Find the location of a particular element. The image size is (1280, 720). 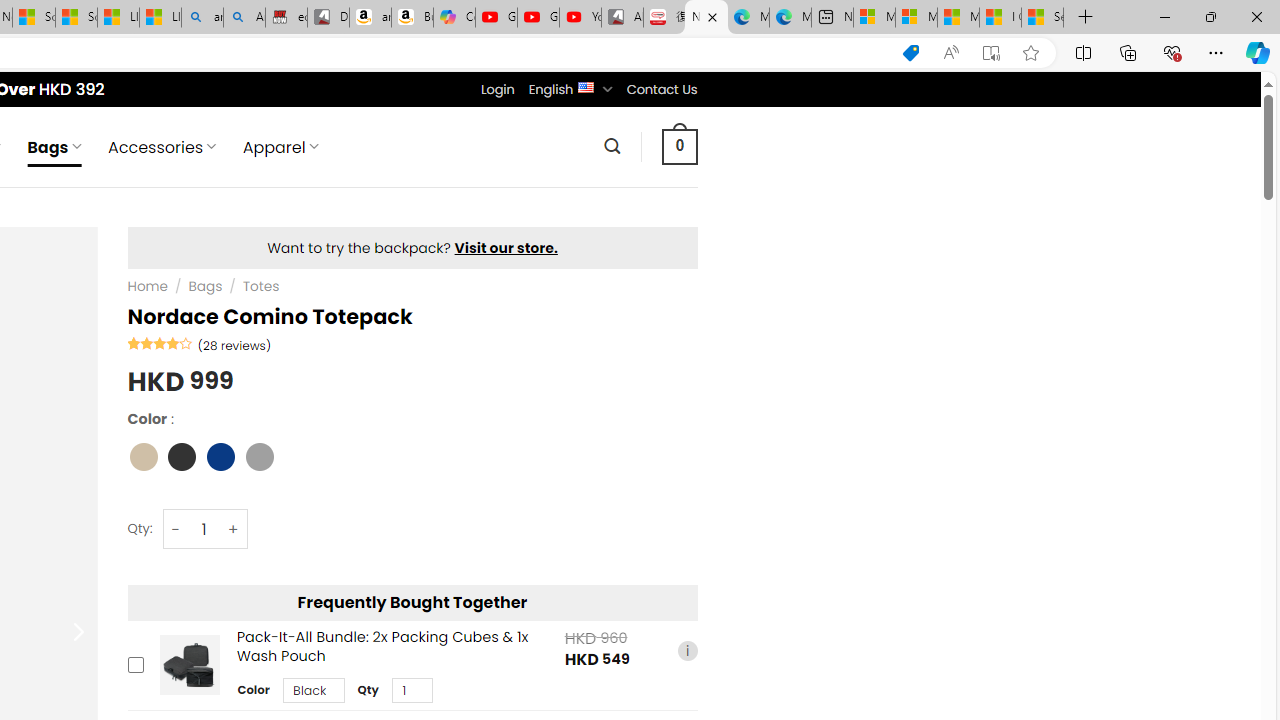

'Gloom - YouTube' is located at coordinates (538, 17).